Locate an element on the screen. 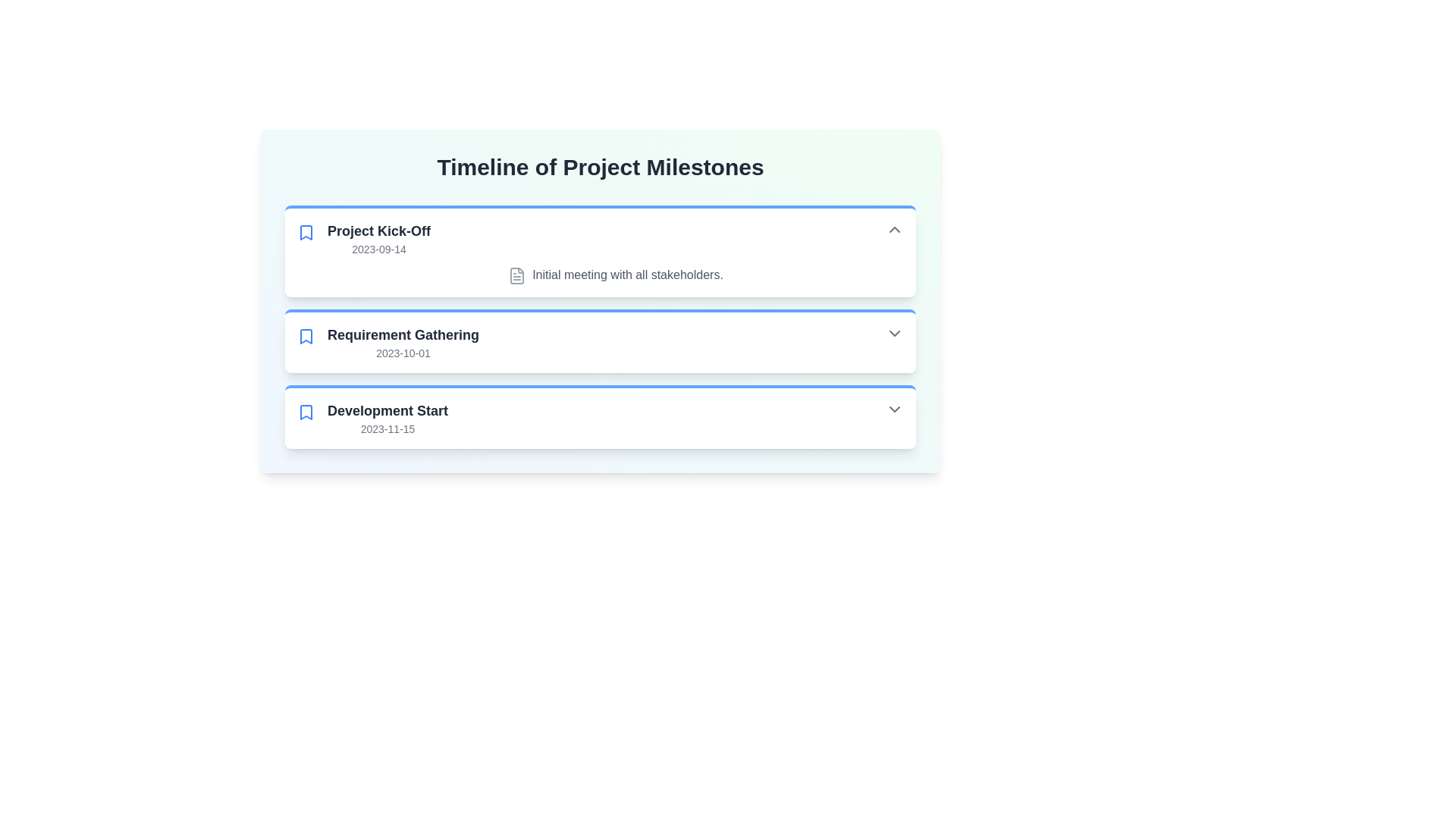 This screenshot has width=1456, height=819. the second card in the project timeline labeled 'Timeline of Project Milestones' is located at coordinates (600, 339).